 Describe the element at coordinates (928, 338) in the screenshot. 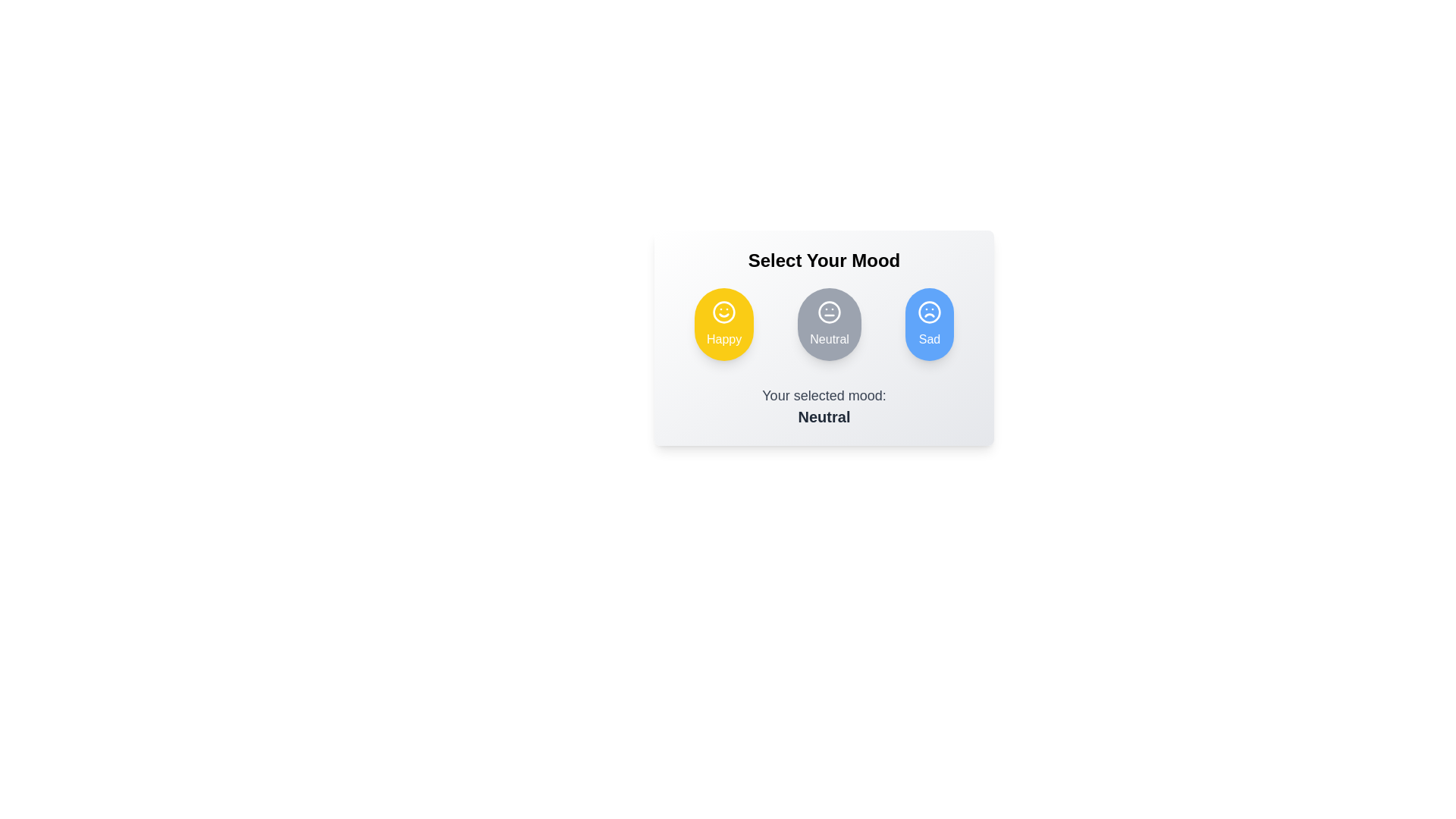

I see `text label 'Sad' located at the bottom of the blue circular mood indicator, which is the rightmost option in the mood selector` at that location.